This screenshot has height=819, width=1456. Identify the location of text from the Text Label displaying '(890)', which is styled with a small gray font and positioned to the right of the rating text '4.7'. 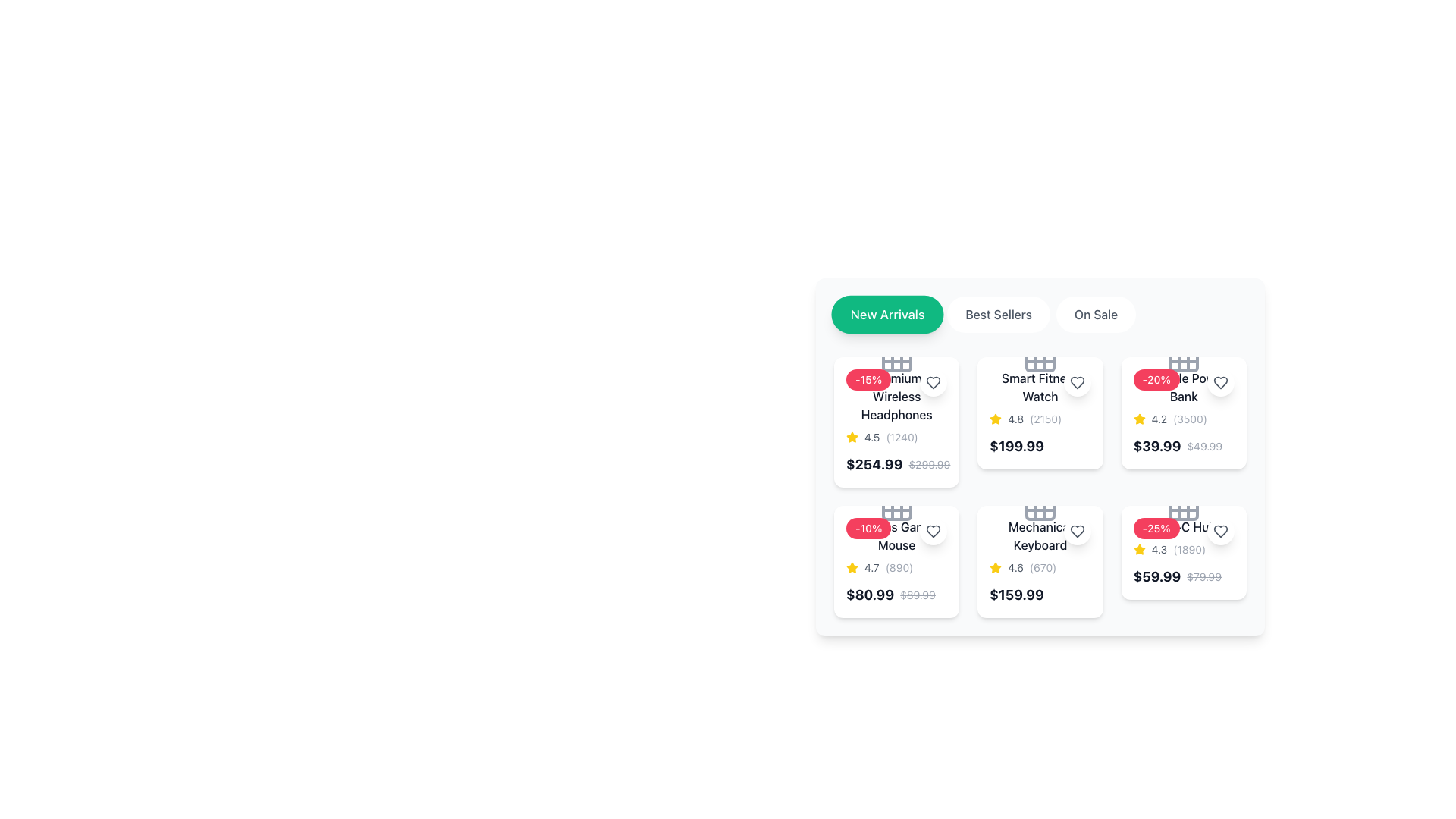
(899, 567).